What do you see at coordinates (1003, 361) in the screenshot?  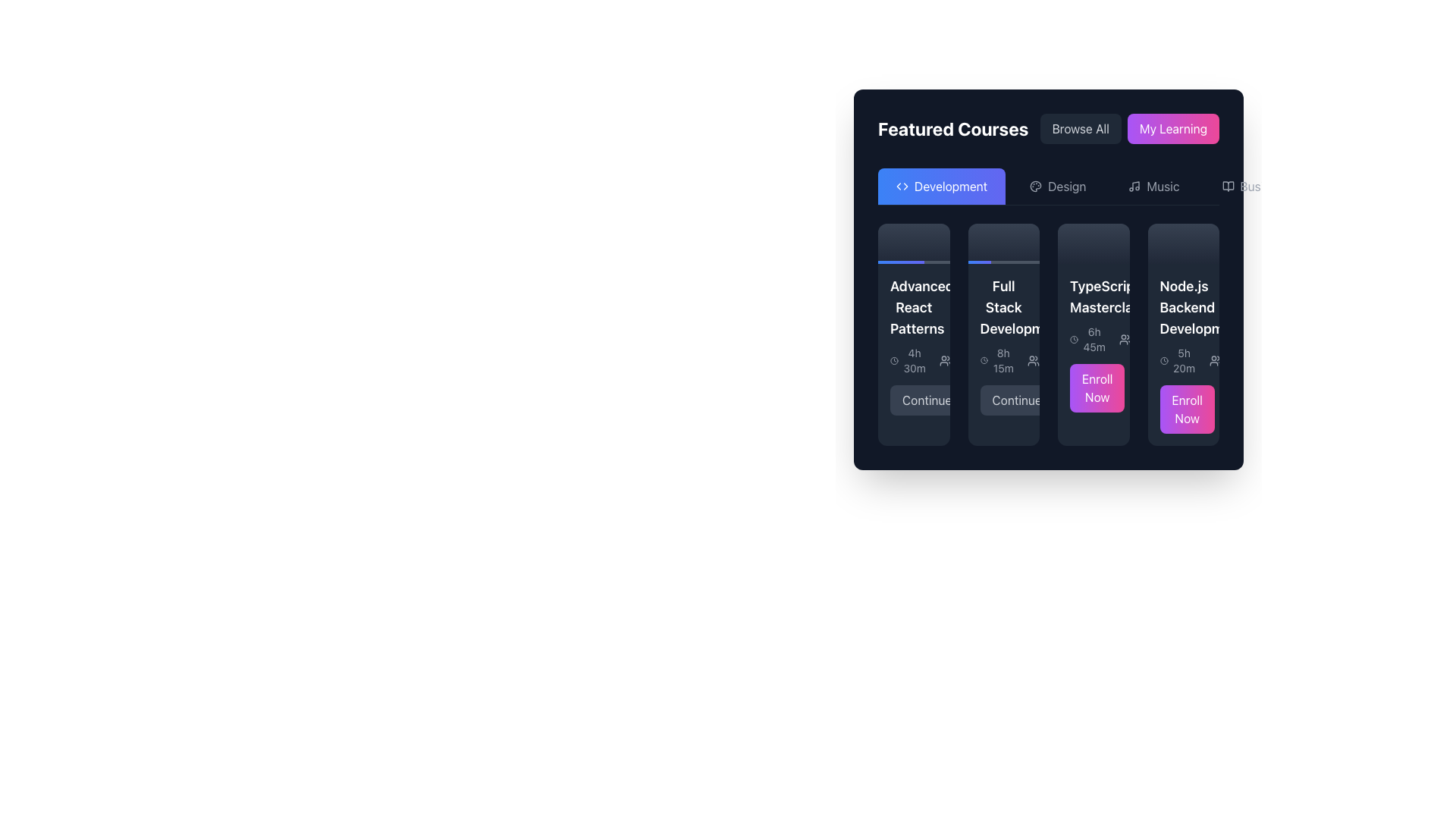 I see `the text displaying the duration of the course, located to the right of the clock icon in the second item of the course cards list under 'Full Stack Development'` at bounding box center [1003, 361].